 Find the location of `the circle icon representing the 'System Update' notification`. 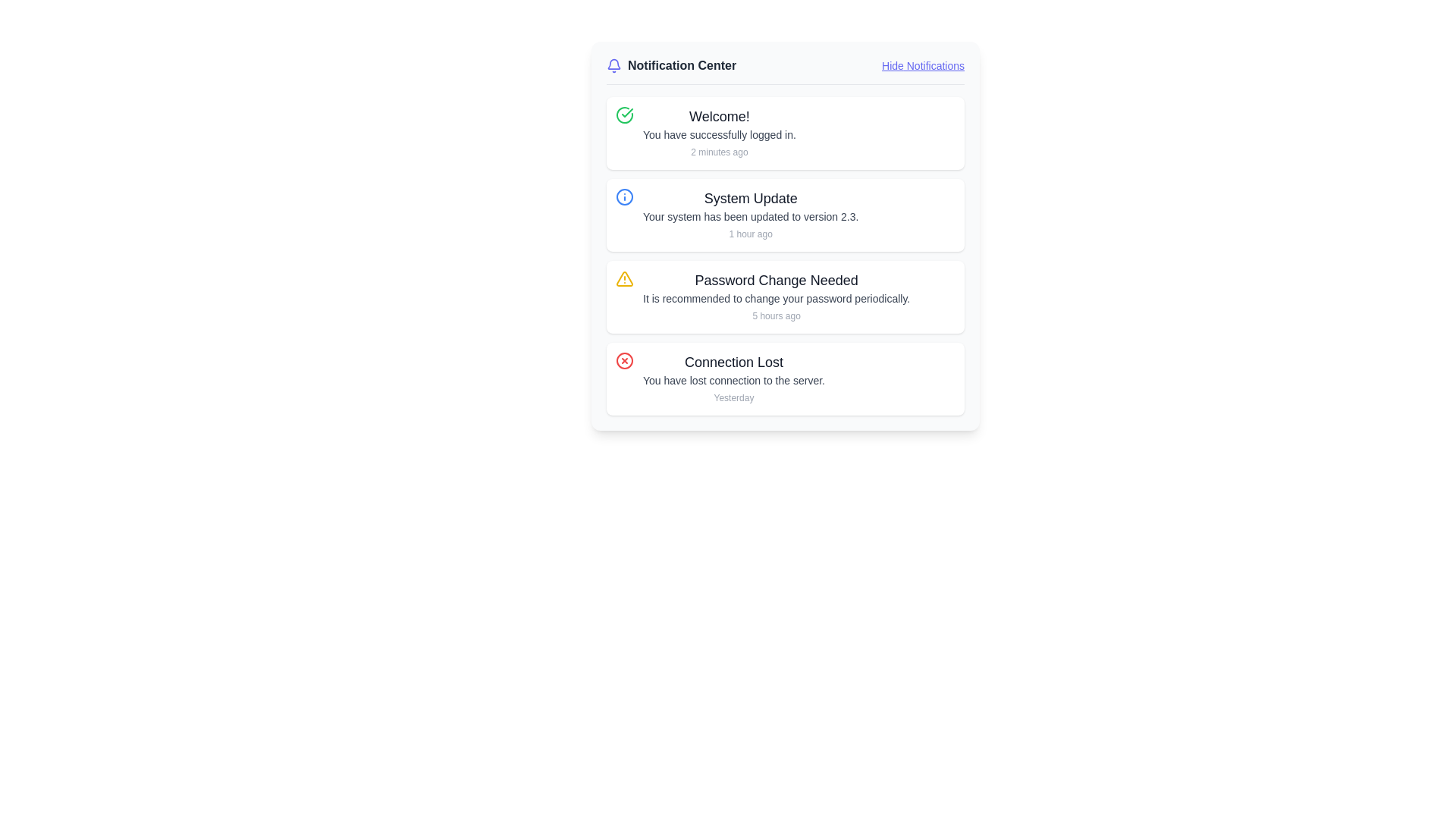

the circle icon representing the 'System Update' notification is located at coordinates (625, 196).